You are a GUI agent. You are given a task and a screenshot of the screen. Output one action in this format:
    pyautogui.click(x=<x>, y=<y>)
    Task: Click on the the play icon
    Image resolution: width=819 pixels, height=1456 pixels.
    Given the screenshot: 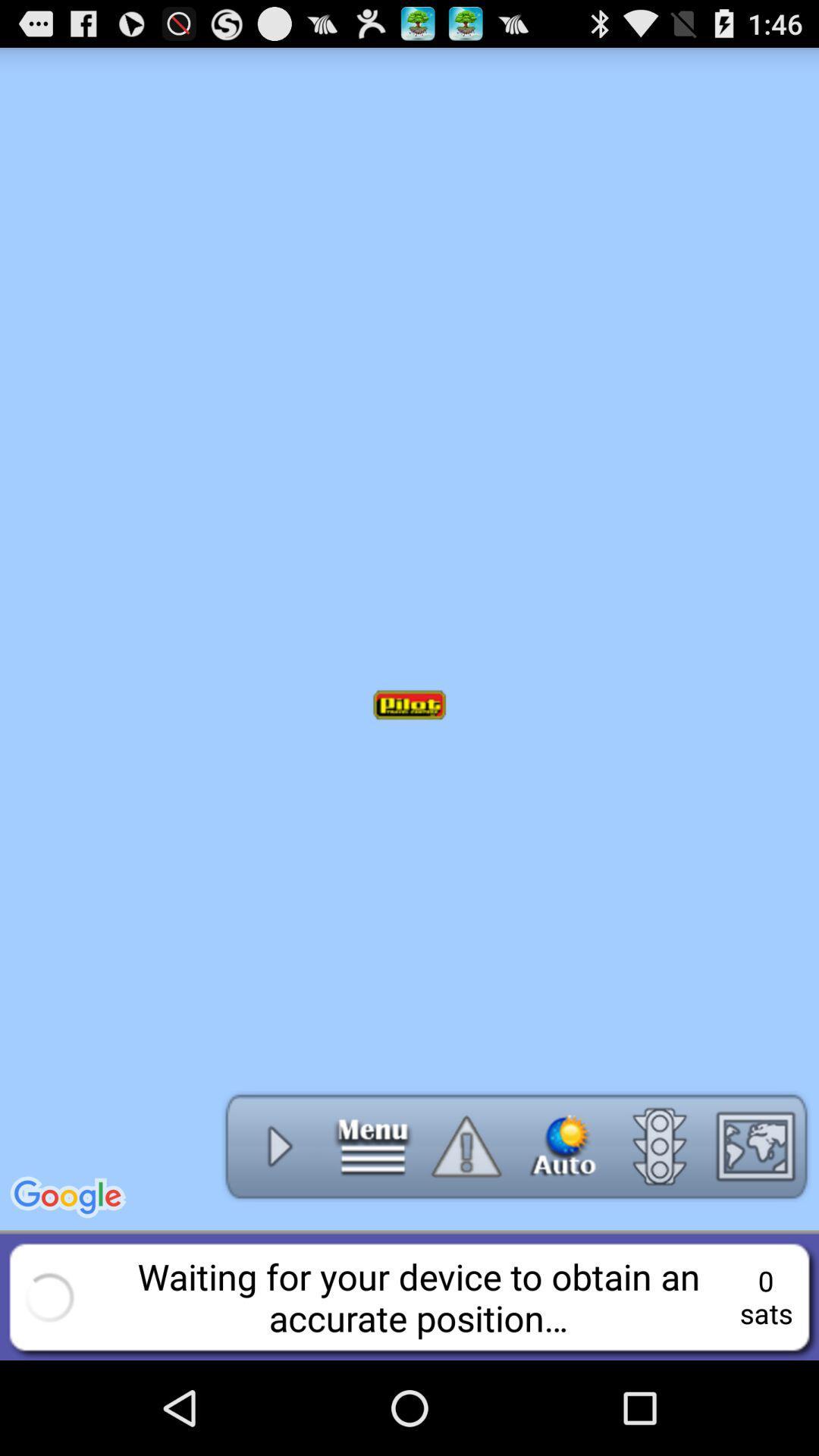 What is the action you would take?
    pyautogui.click(x=278, y=1227)
    